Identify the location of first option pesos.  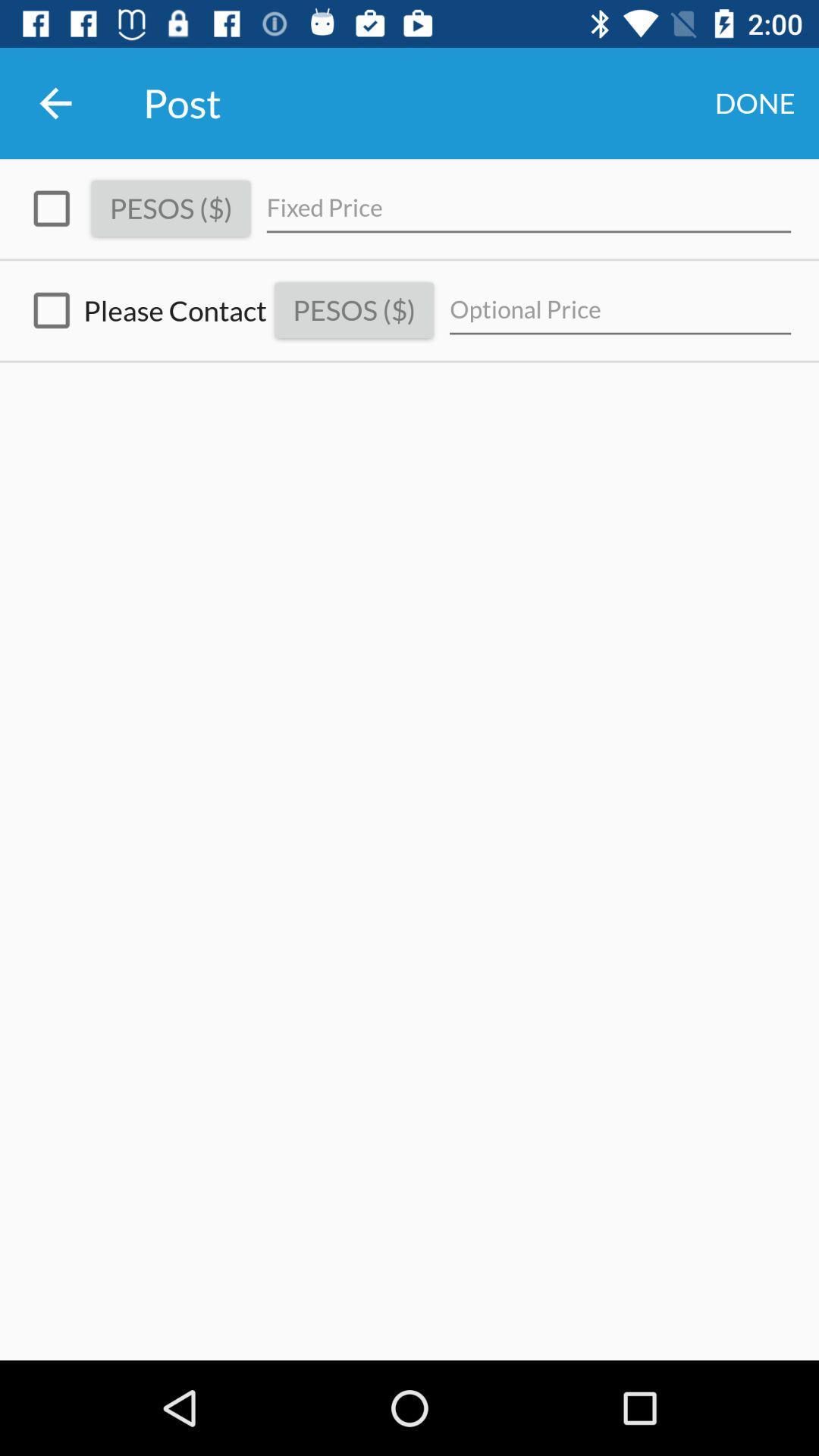
(51, 208).